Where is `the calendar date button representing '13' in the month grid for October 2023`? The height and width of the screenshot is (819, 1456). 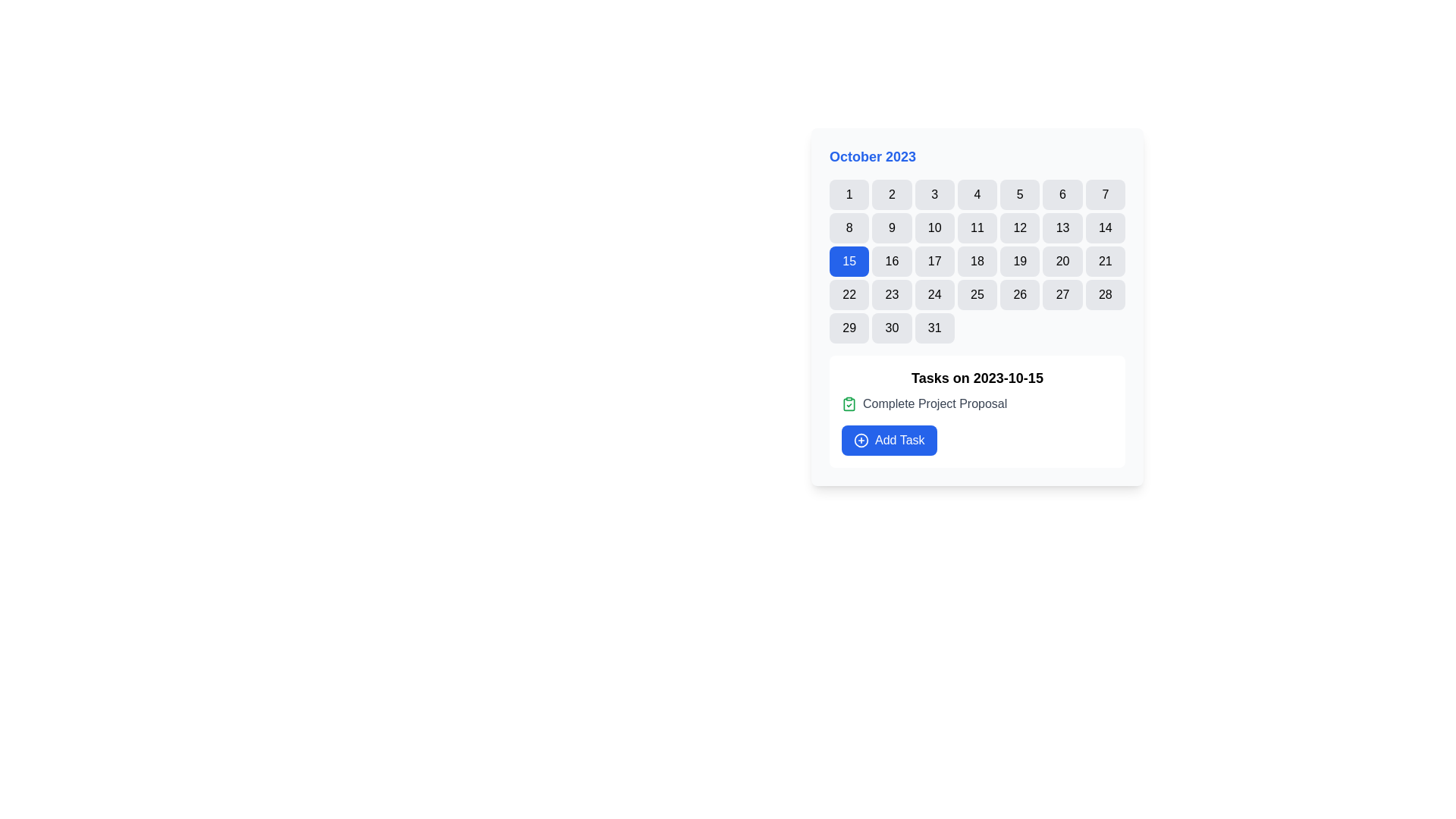 the calendar date button representing '13' in the month grid for October 2023 is located at coordinates (1062, 227).